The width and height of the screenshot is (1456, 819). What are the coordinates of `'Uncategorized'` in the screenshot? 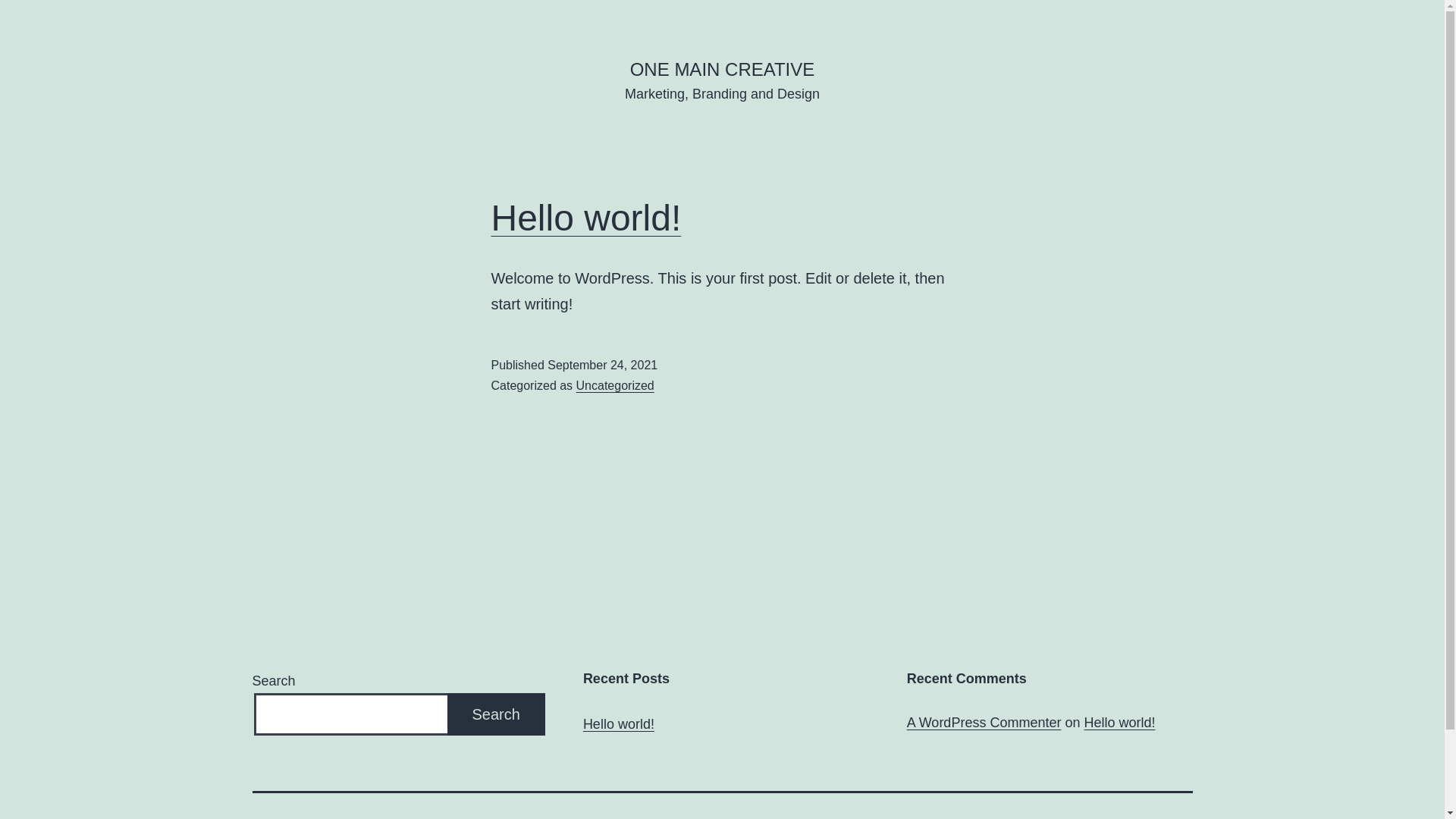 It's located at (615, 384).